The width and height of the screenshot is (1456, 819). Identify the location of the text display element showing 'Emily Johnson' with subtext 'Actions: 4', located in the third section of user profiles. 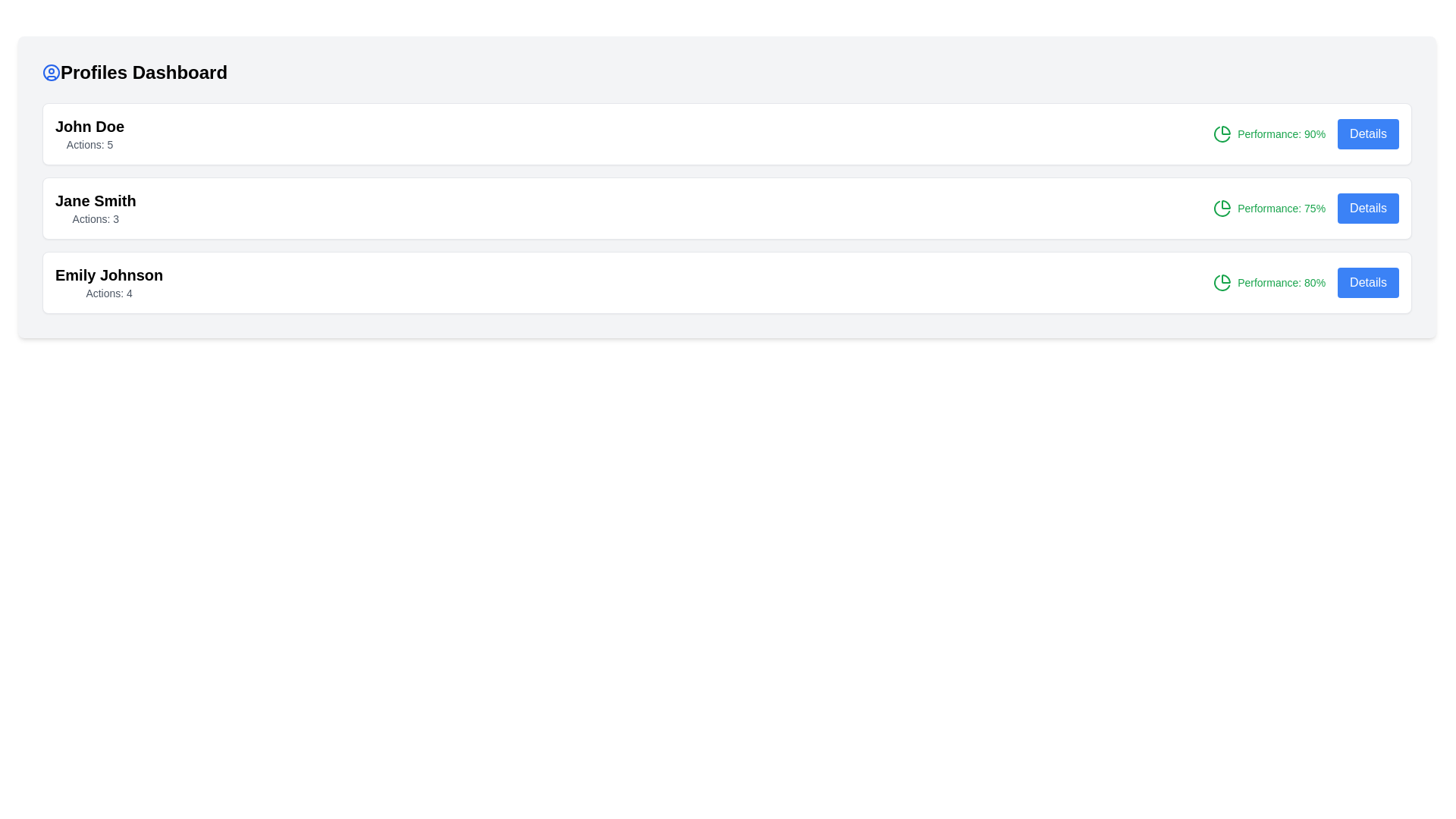
(108, 283).